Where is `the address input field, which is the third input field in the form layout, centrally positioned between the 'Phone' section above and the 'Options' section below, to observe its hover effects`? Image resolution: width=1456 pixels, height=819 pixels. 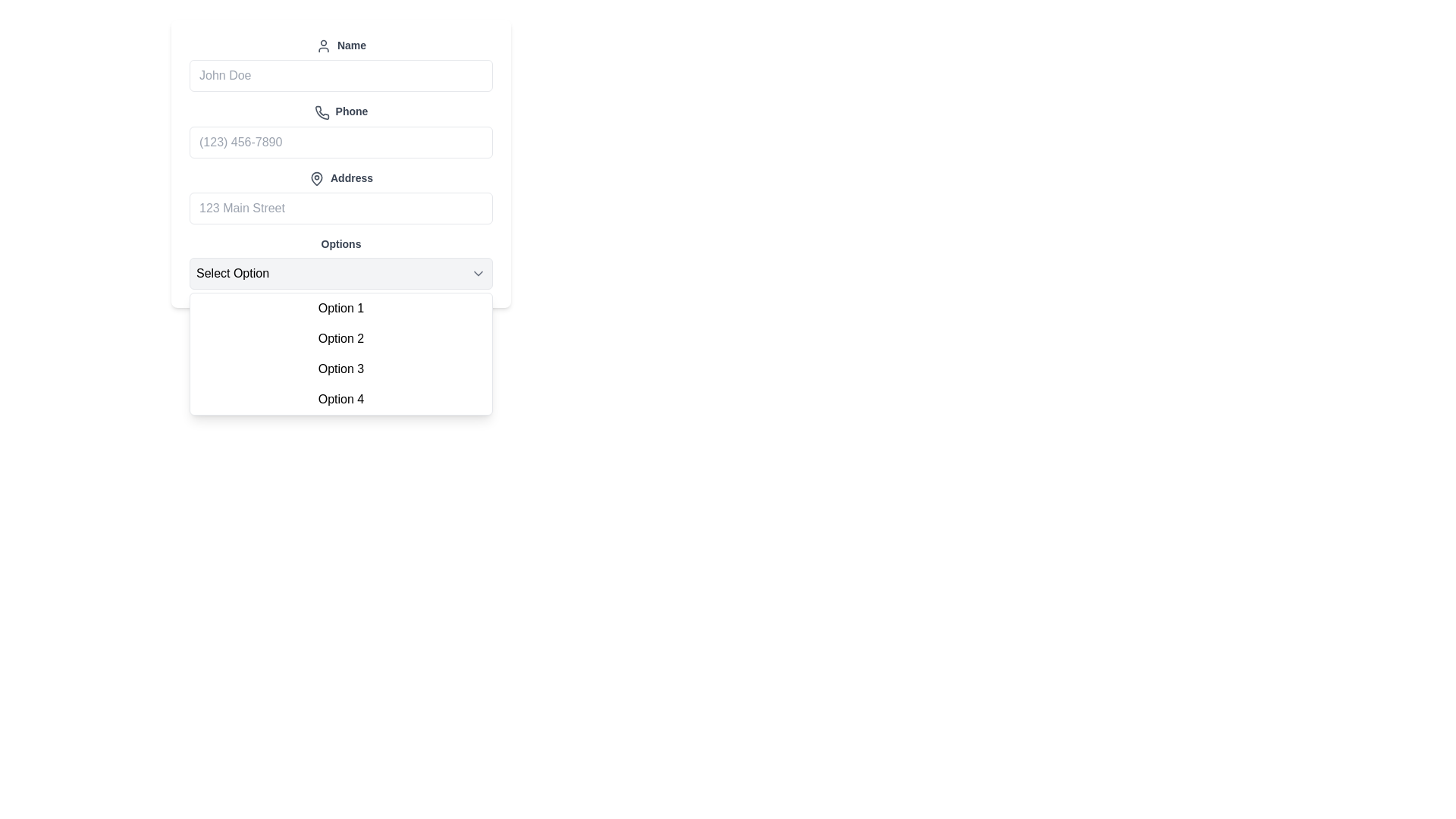
the address input field, which is the third input field in the form layout, centrally positioned between the 'Phone' section above and the 'Options' section below, to observe its hover effects is located at coordinates (340, 196).